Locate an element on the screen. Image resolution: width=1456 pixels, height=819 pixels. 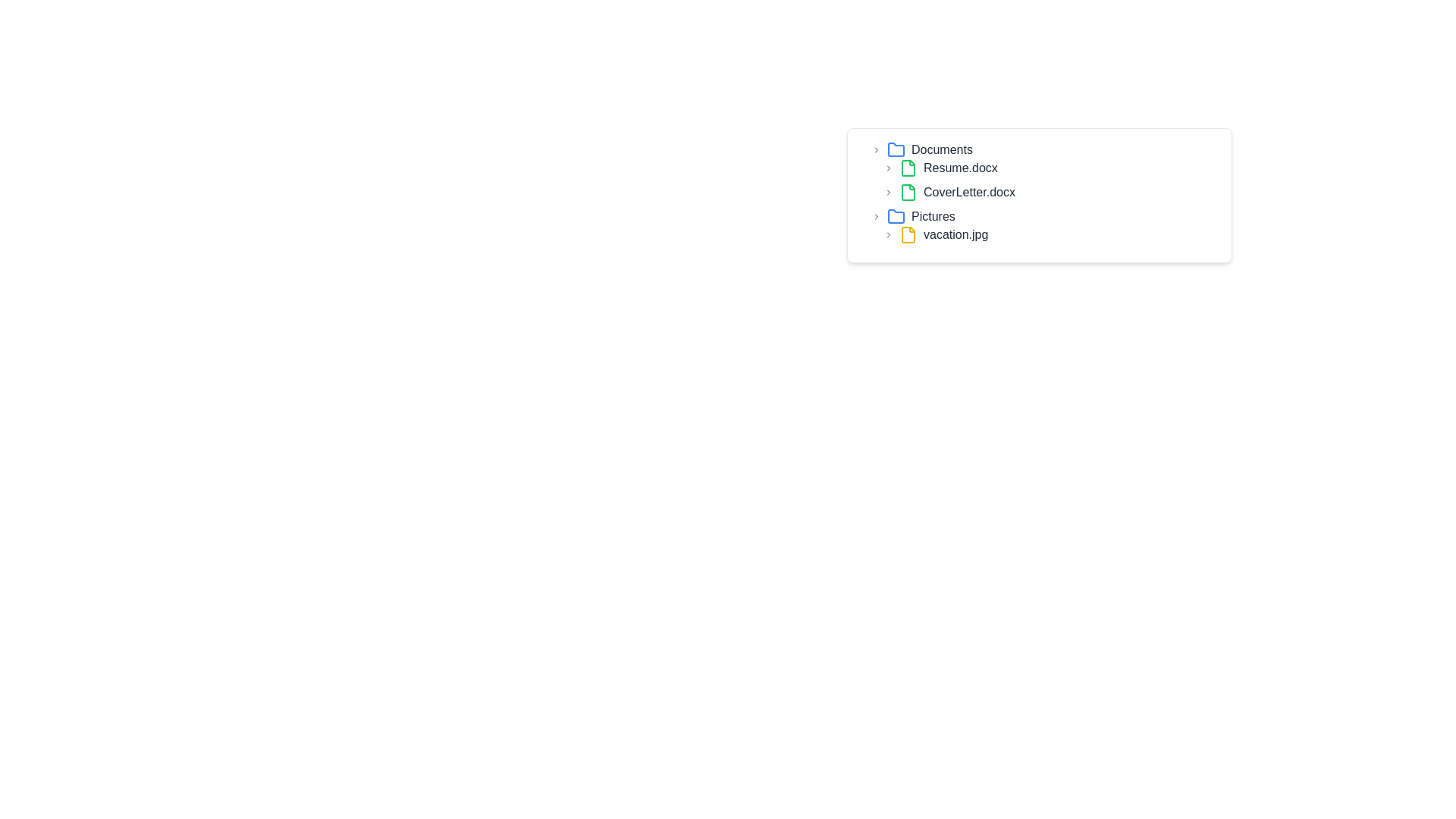
the linked document icon representing 'CoverLetter.docx' is located at coordinates (908, 192).